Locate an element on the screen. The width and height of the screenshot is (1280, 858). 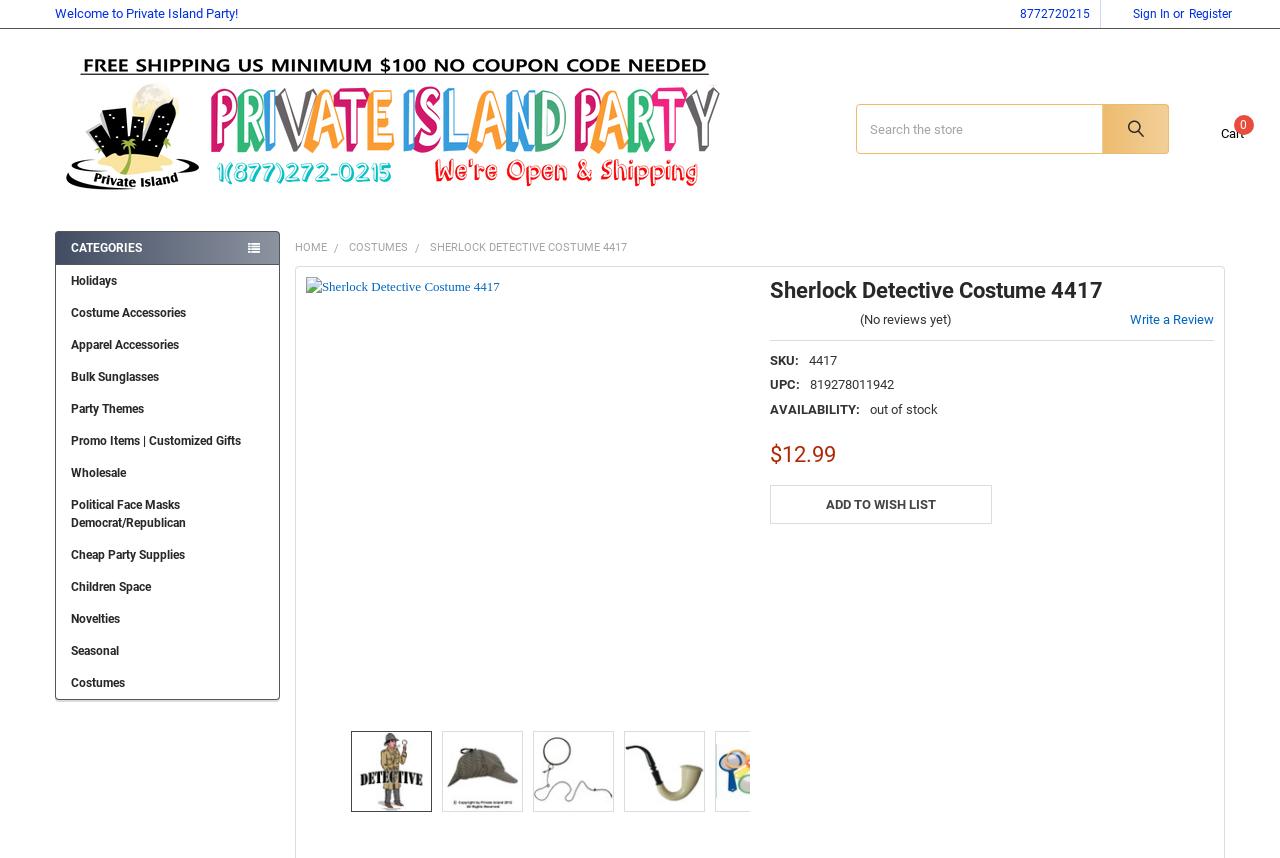
'0' is located at coordinates (1223, 133).